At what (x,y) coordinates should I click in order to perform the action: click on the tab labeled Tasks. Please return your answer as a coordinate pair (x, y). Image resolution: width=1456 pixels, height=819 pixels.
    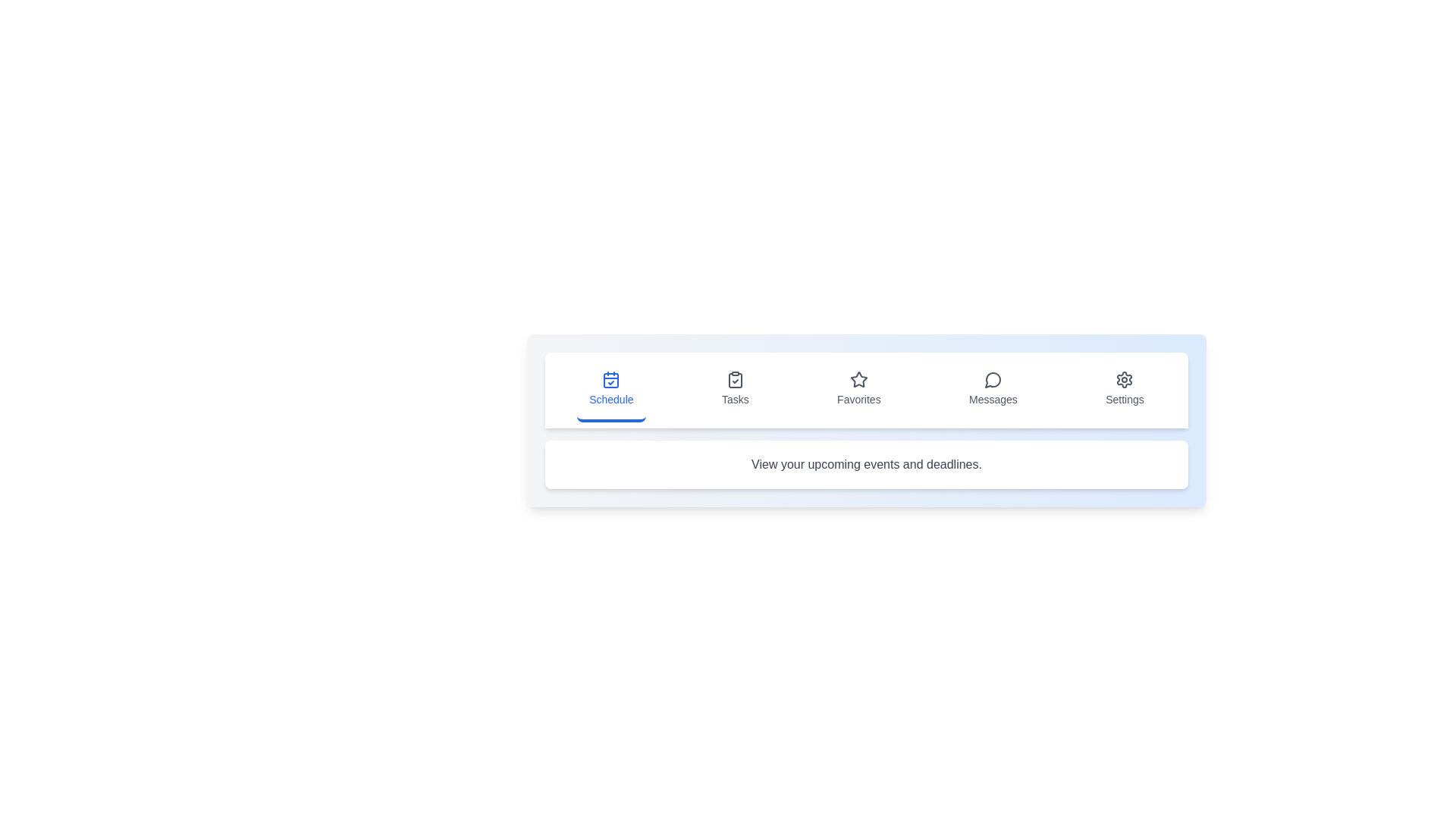
    Looking at the image, I should click on (735, 390).